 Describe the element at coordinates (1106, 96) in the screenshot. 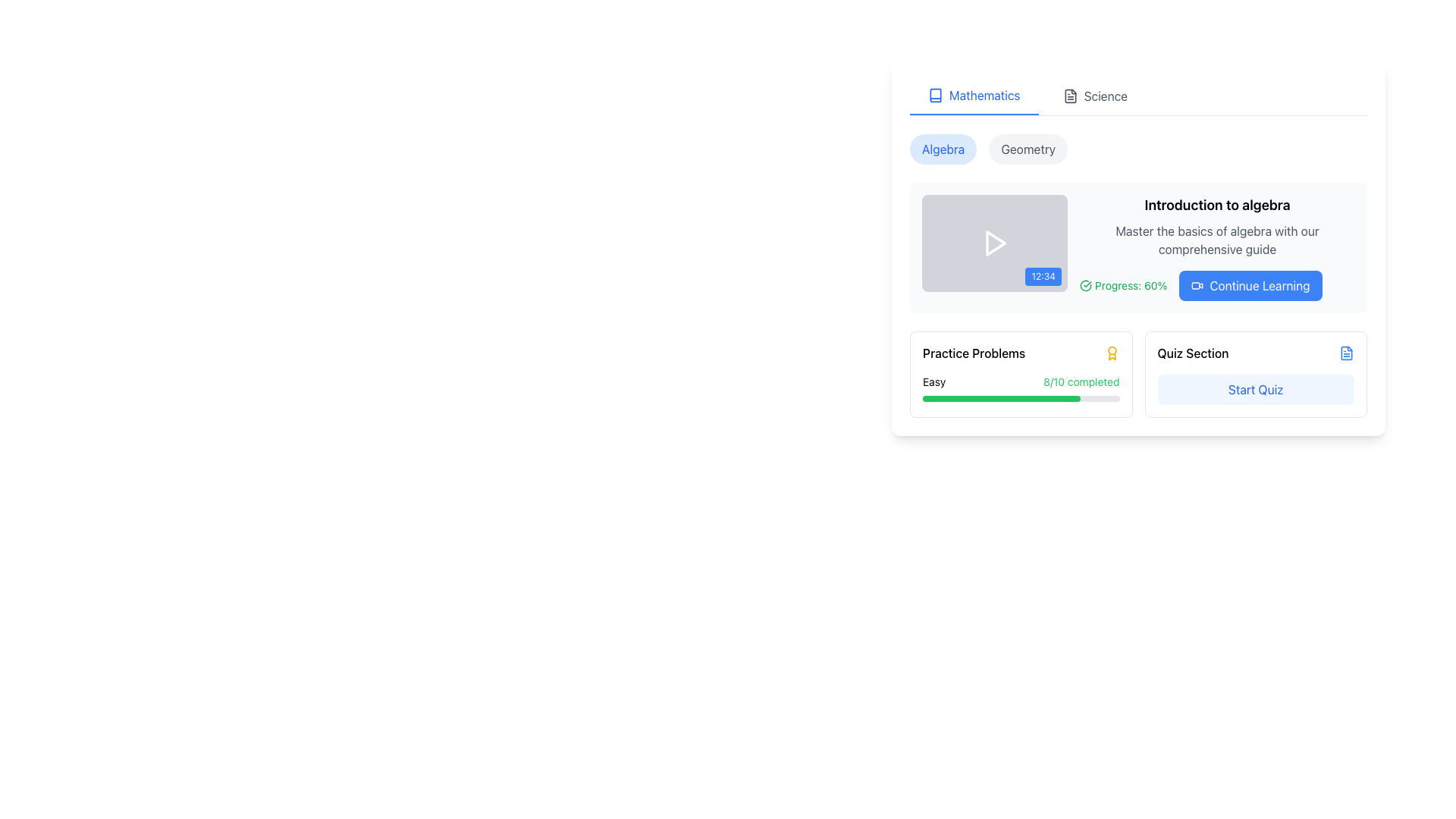

I see `the 'Science' text label located in the upper-right corner of the layout, positioned to the right of the 'Mathematics' label` at that location.